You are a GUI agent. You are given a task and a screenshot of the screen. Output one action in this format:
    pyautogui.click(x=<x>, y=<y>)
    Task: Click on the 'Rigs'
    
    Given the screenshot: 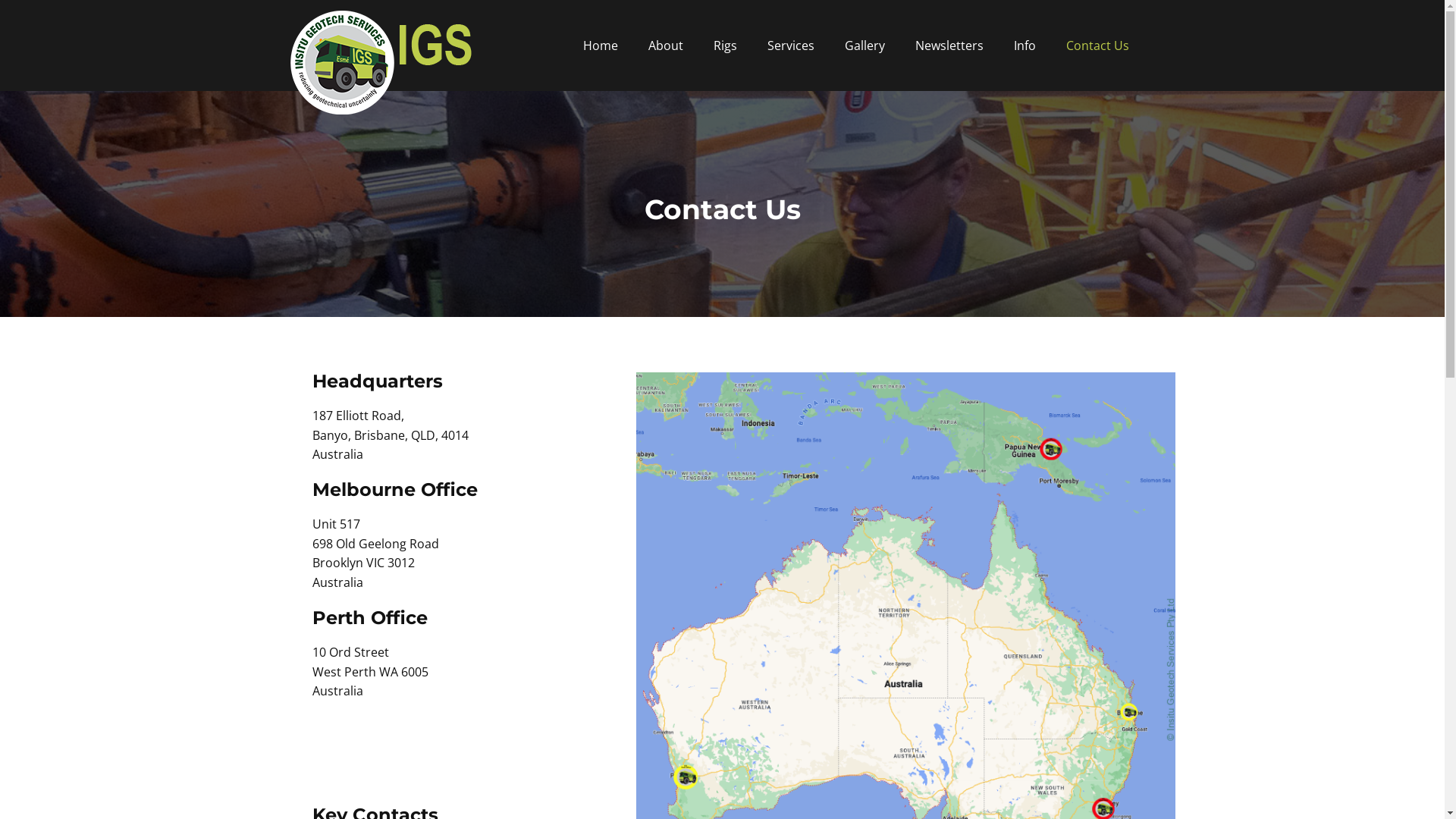 What is the action you would take?
    pyautogui.click(x=723, y=45)
    